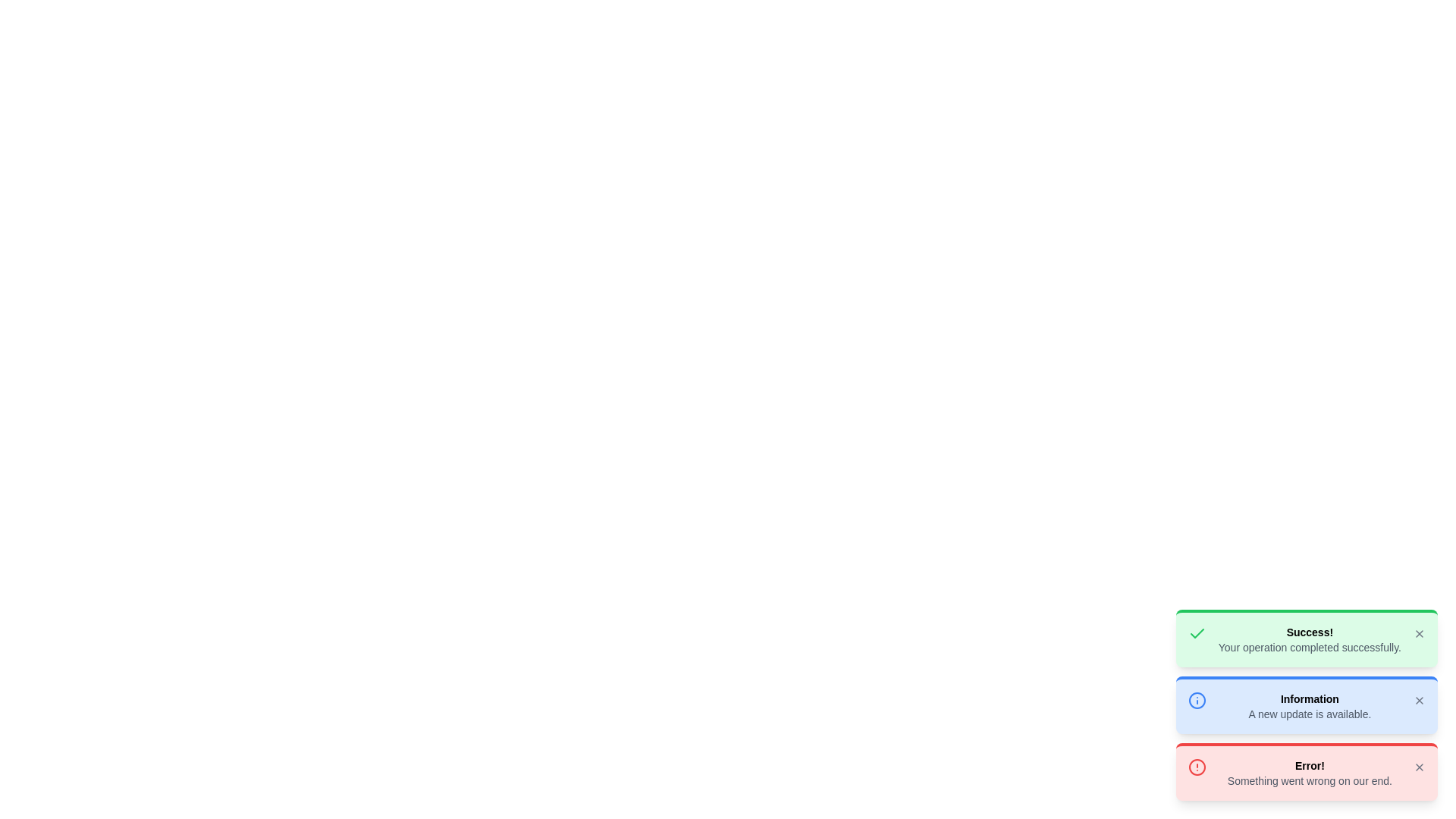 The width and height of the screenshot is (1456, 819). I want to click on the informational icon located within the blue rectangular card labeled 'Information', positioned to the left of the text 'Information' and 'A new update is available', so click(1196, 701).